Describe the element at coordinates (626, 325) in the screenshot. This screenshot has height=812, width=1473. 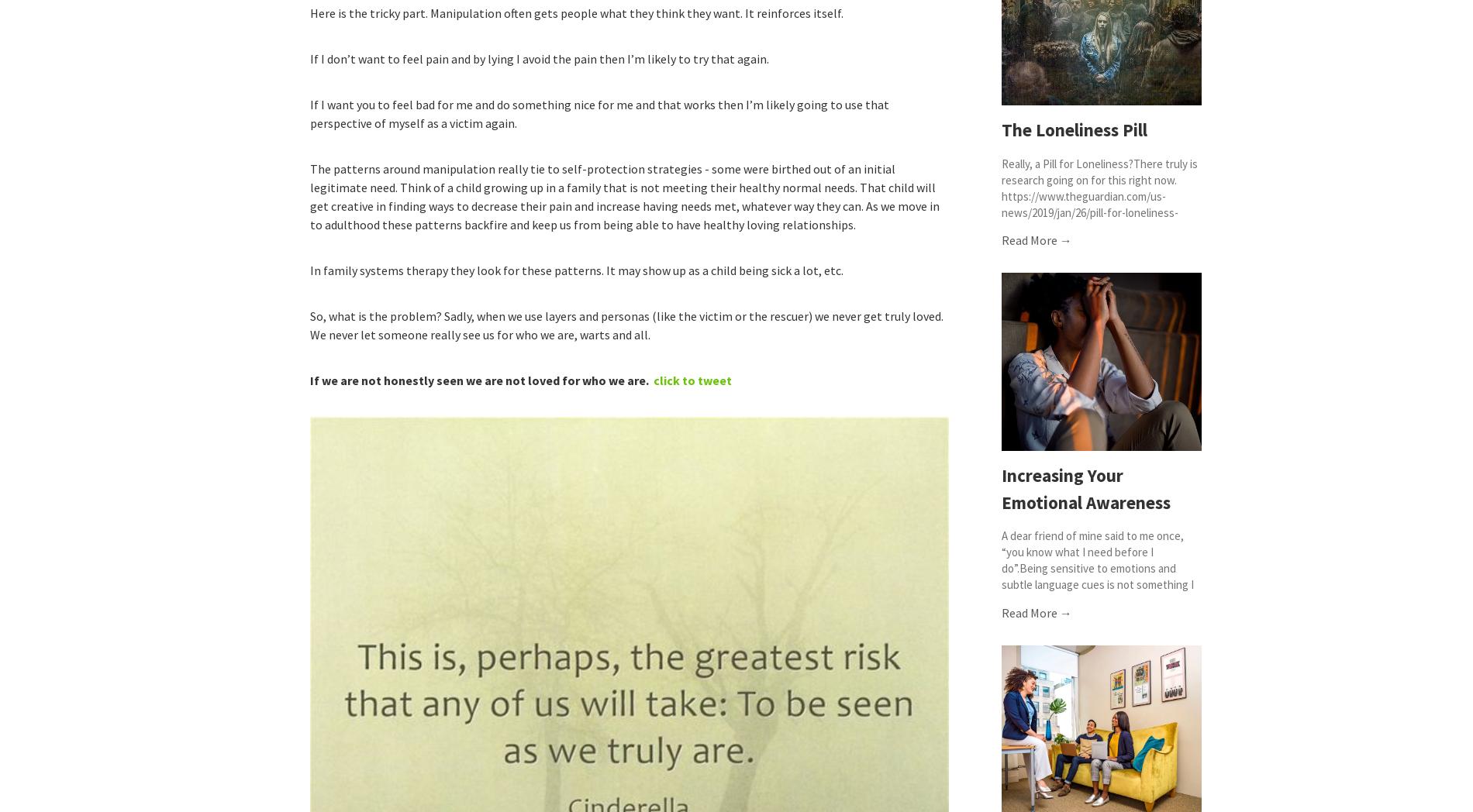
I see `'So, what is the problem? Sadly, when we use layers and personas (like the victim or the rescuer) we never get truly loved. We never let someone really see us for who we are, warts and all.'` at that location.